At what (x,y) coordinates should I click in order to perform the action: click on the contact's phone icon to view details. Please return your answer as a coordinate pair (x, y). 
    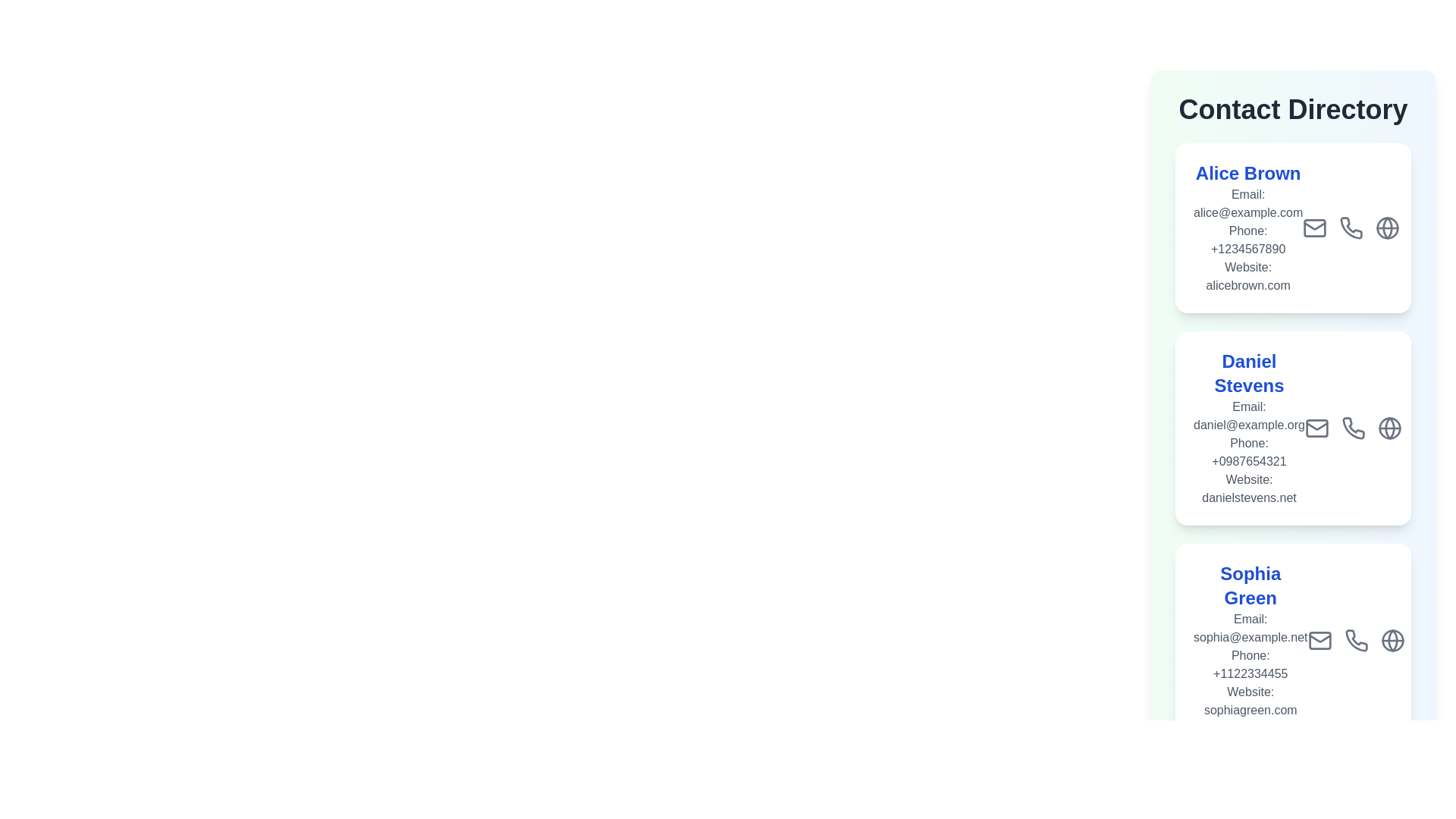
    Looking at the image, I should click on (1351, 227).